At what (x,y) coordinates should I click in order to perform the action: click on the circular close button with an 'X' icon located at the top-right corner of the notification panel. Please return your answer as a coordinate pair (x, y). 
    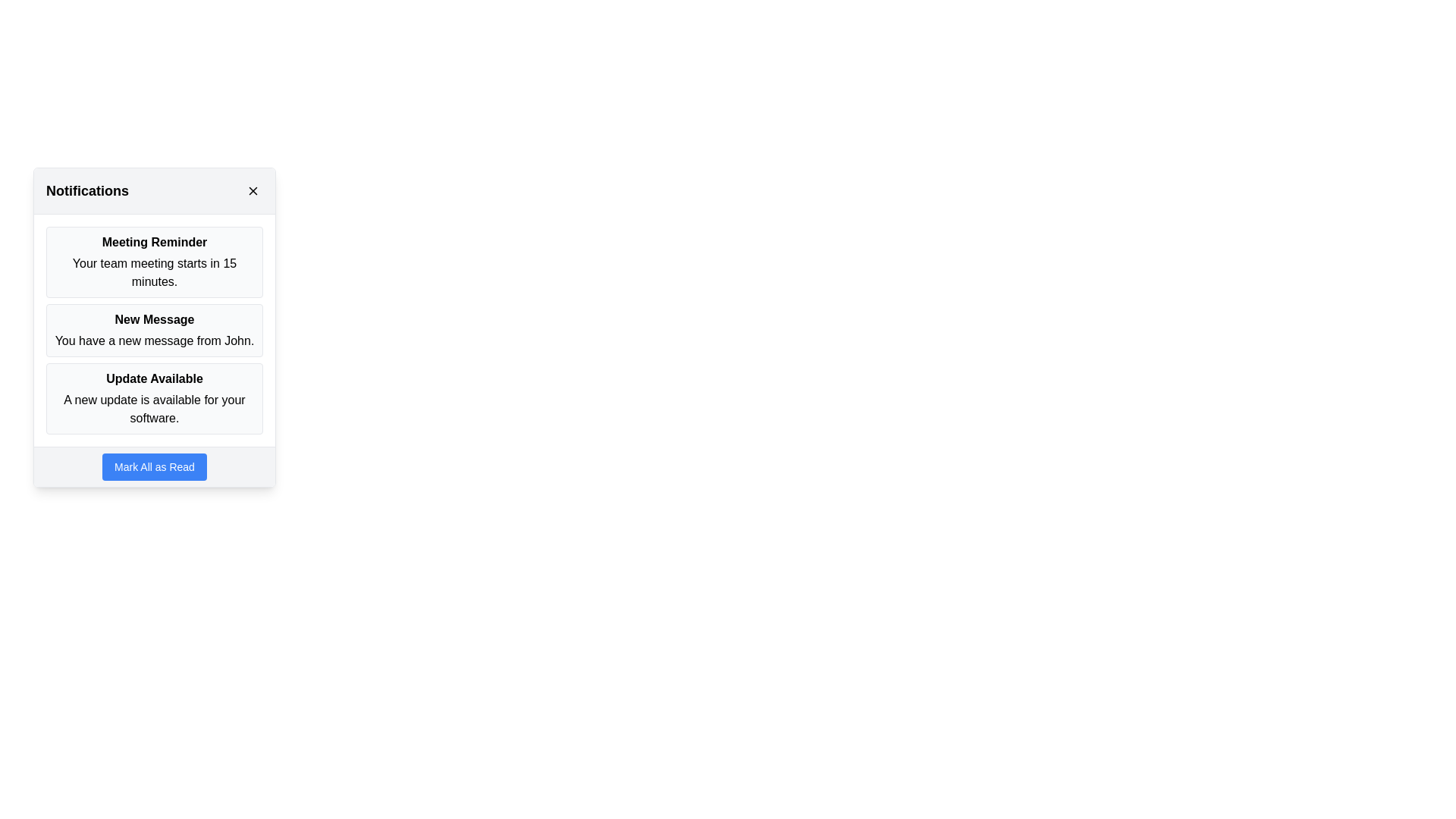
    Looking at the image, I should click on (253, 190).